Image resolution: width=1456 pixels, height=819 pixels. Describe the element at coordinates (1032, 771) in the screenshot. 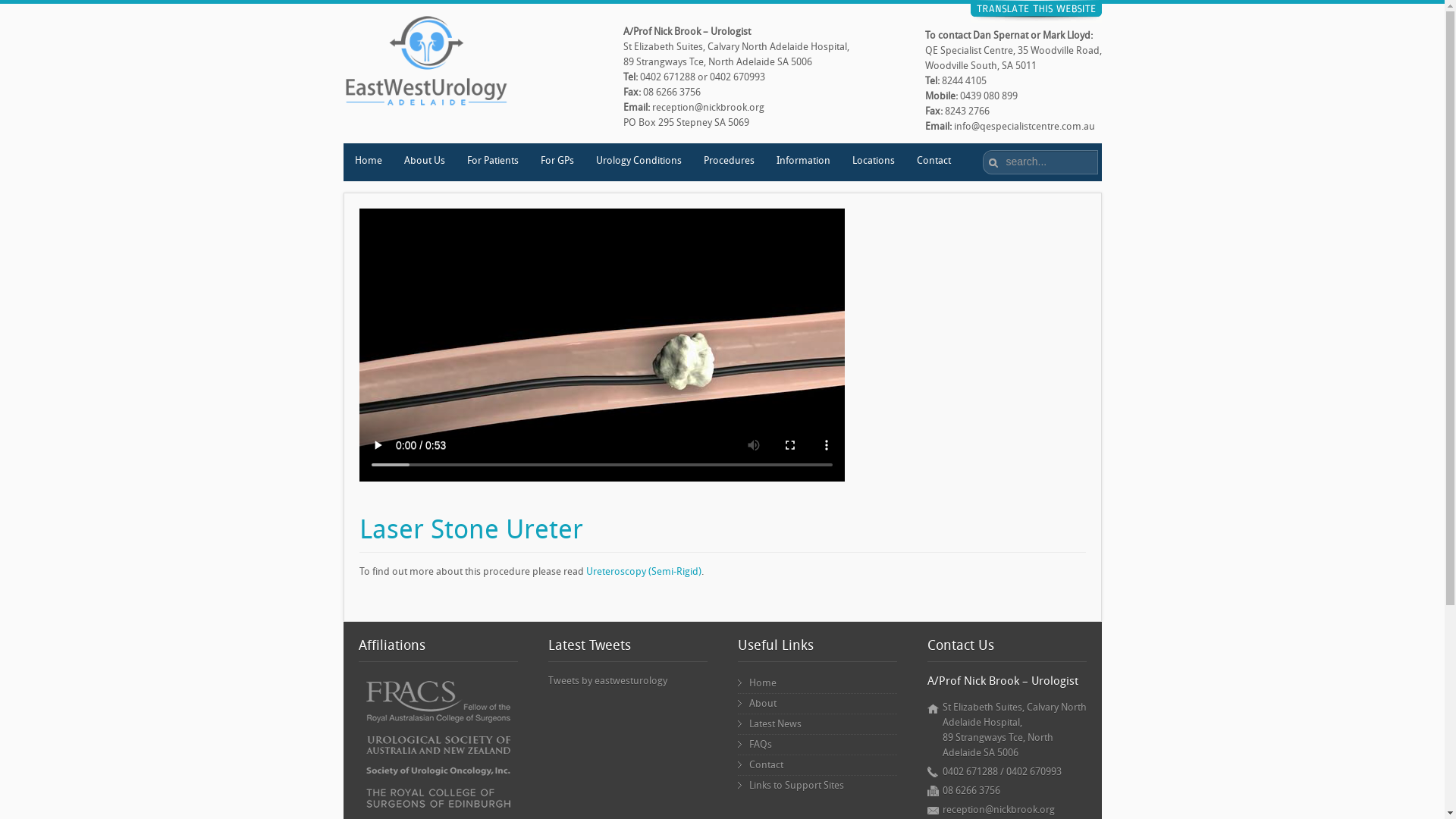

I see `'0402 670993'` at that location.